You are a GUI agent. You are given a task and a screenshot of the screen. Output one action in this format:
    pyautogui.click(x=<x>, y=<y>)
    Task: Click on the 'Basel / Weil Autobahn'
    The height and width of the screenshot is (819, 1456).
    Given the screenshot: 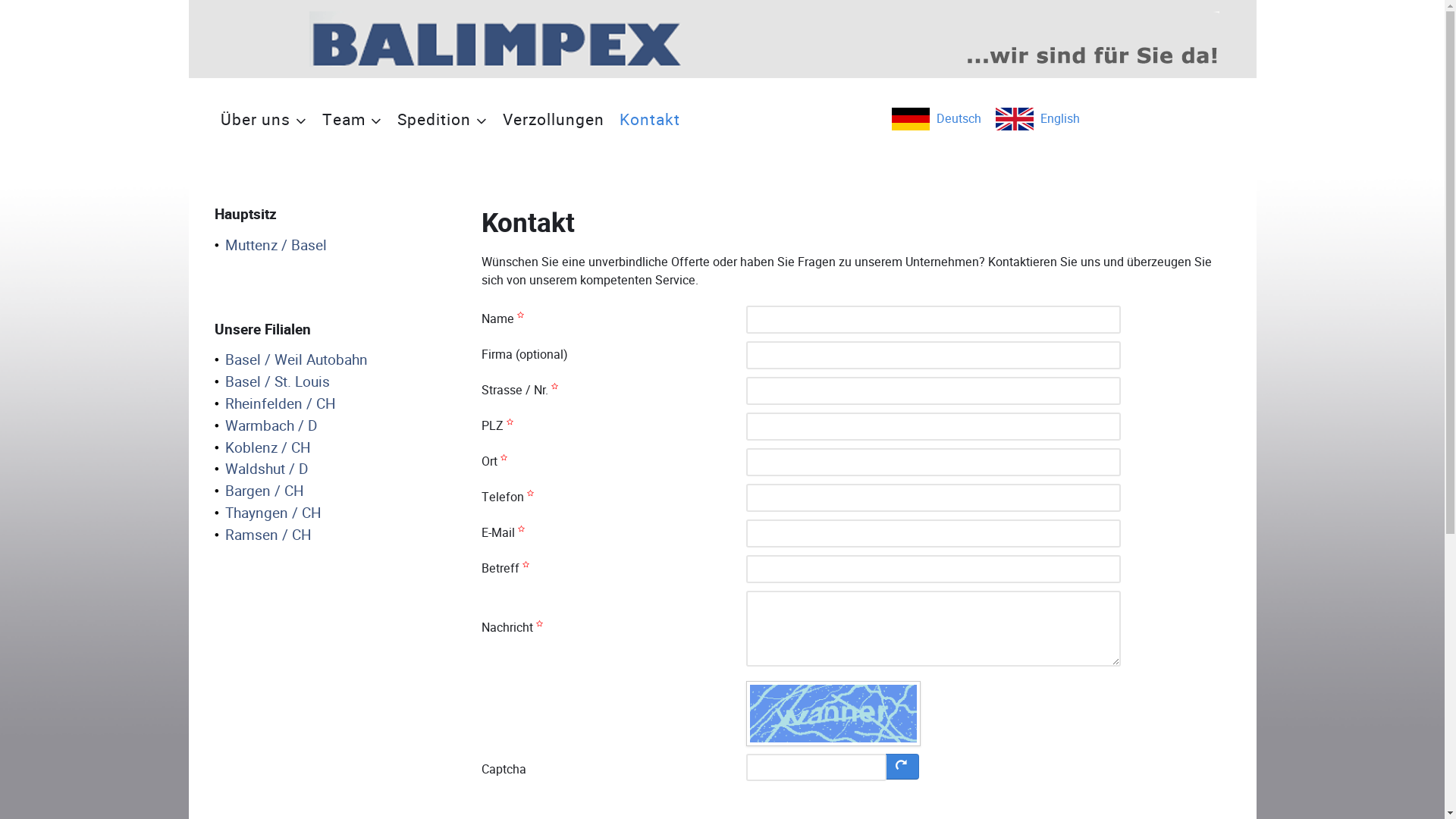 What is the action you would take?
    pyautogui.click(x=290, y=360)
    